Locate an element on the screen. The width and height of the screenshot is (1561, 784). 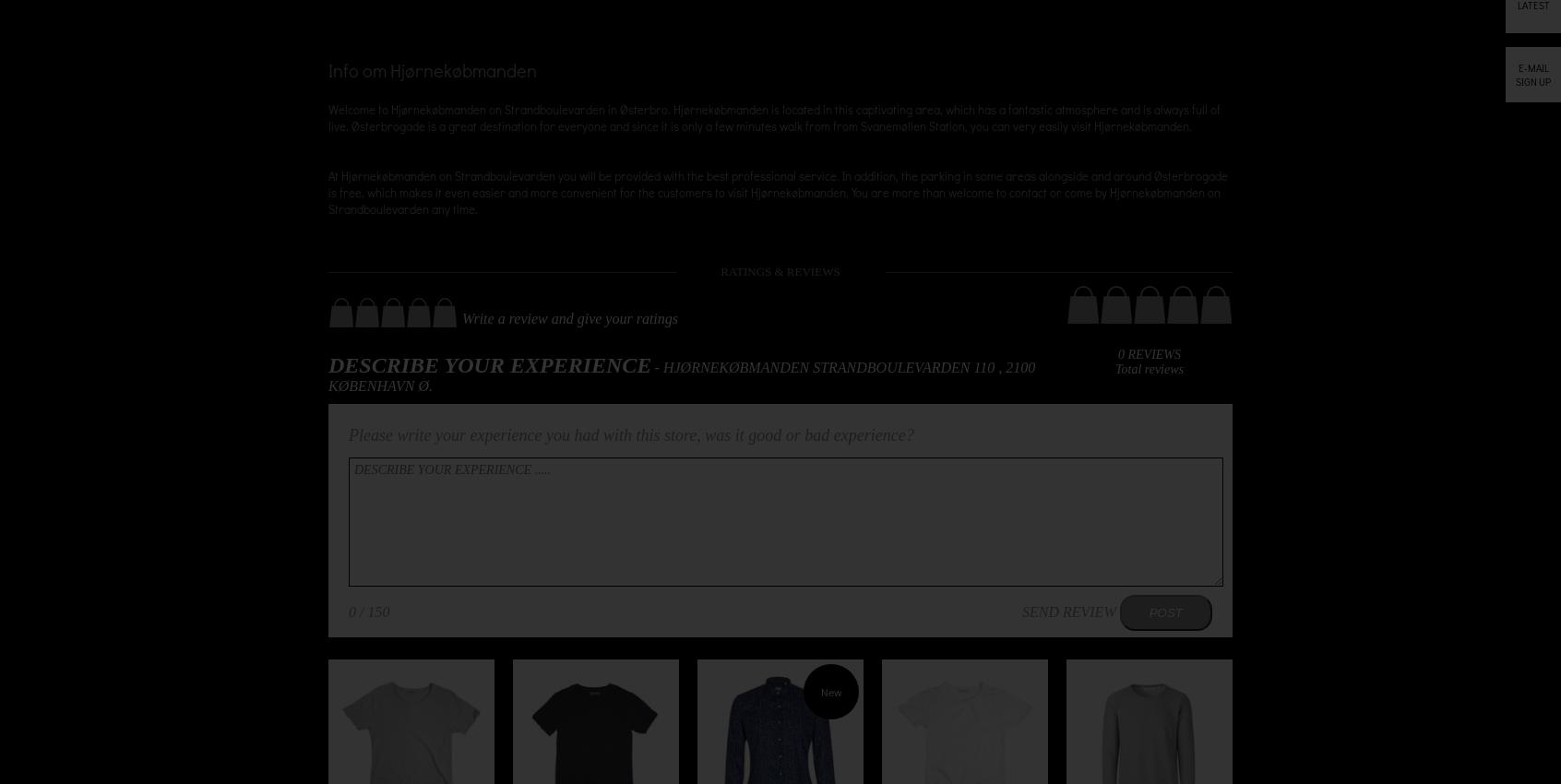
'SIGN UP' is located at coordinates (1533, 80).